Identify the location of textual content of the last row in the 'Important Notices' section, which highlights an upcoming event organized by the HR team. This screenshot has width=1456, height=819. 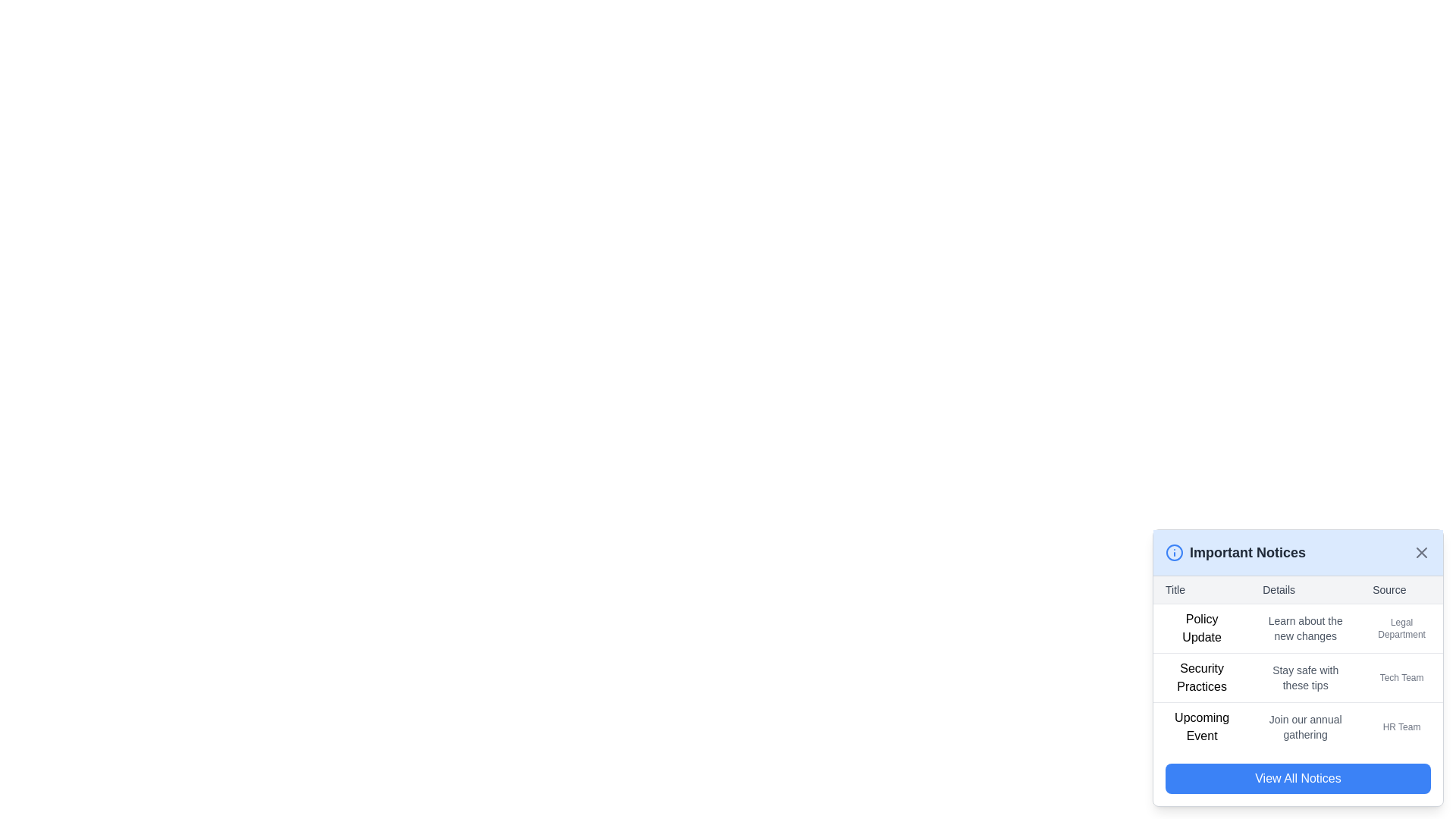
(1298, 725).